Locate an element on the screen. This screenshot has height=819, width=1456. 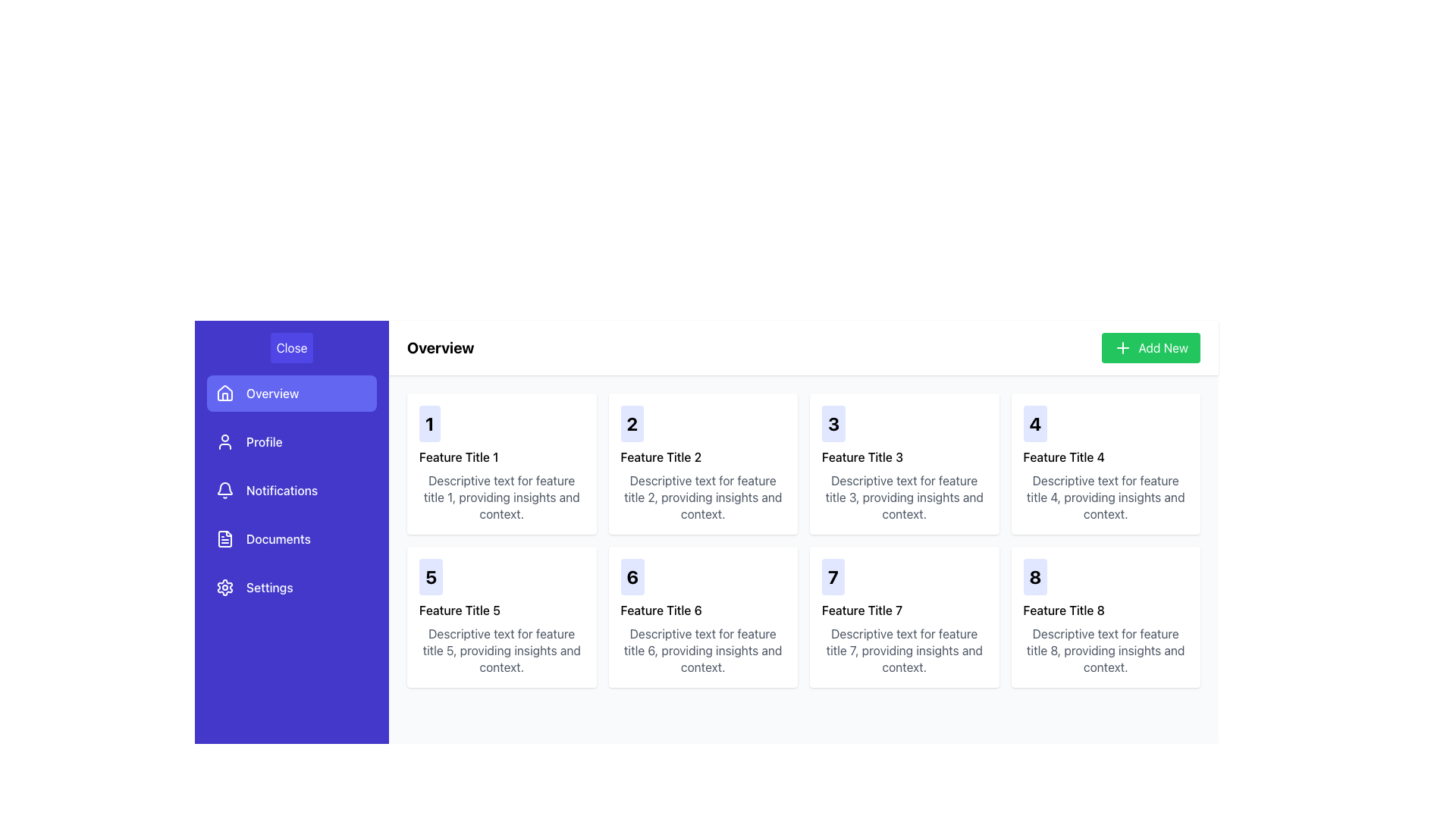
the 'Documents' text label in the sidebar navigation, which identifies the 'Documents' menu item located between 'Notifications' and 'Settings' is located at coordinates (278, 538).